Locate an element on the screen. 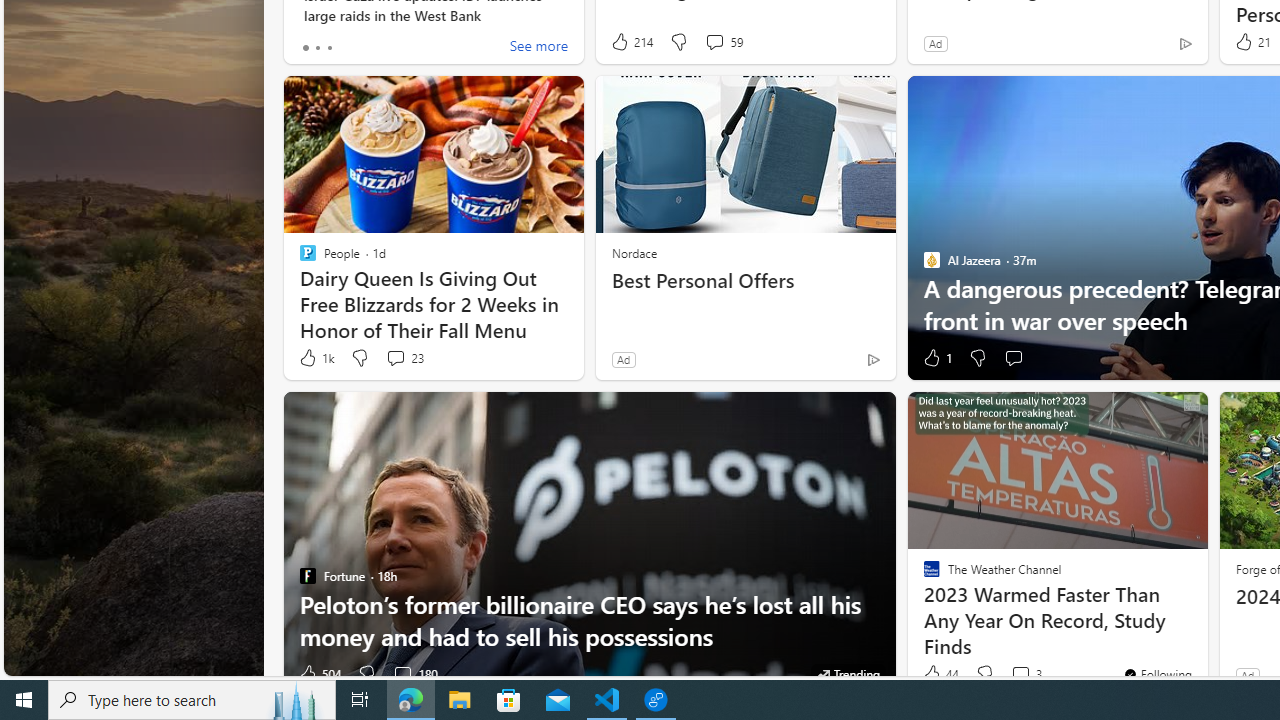 This screenshot has width=1280, height=720. 'View comments 180 Comment' is located at coordinates (401, 673).